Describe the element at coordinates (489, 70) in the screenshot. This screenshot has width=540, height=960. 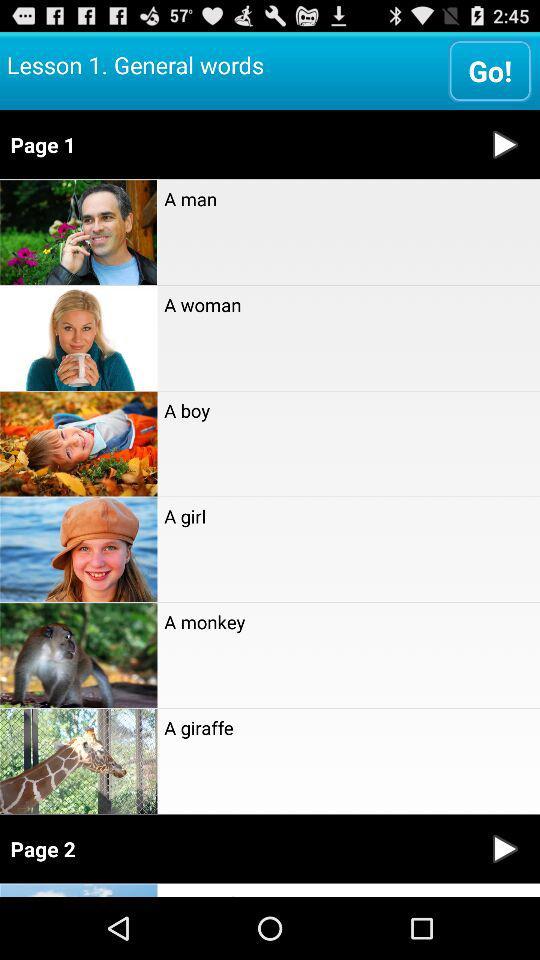
I see `go! button` at that location.